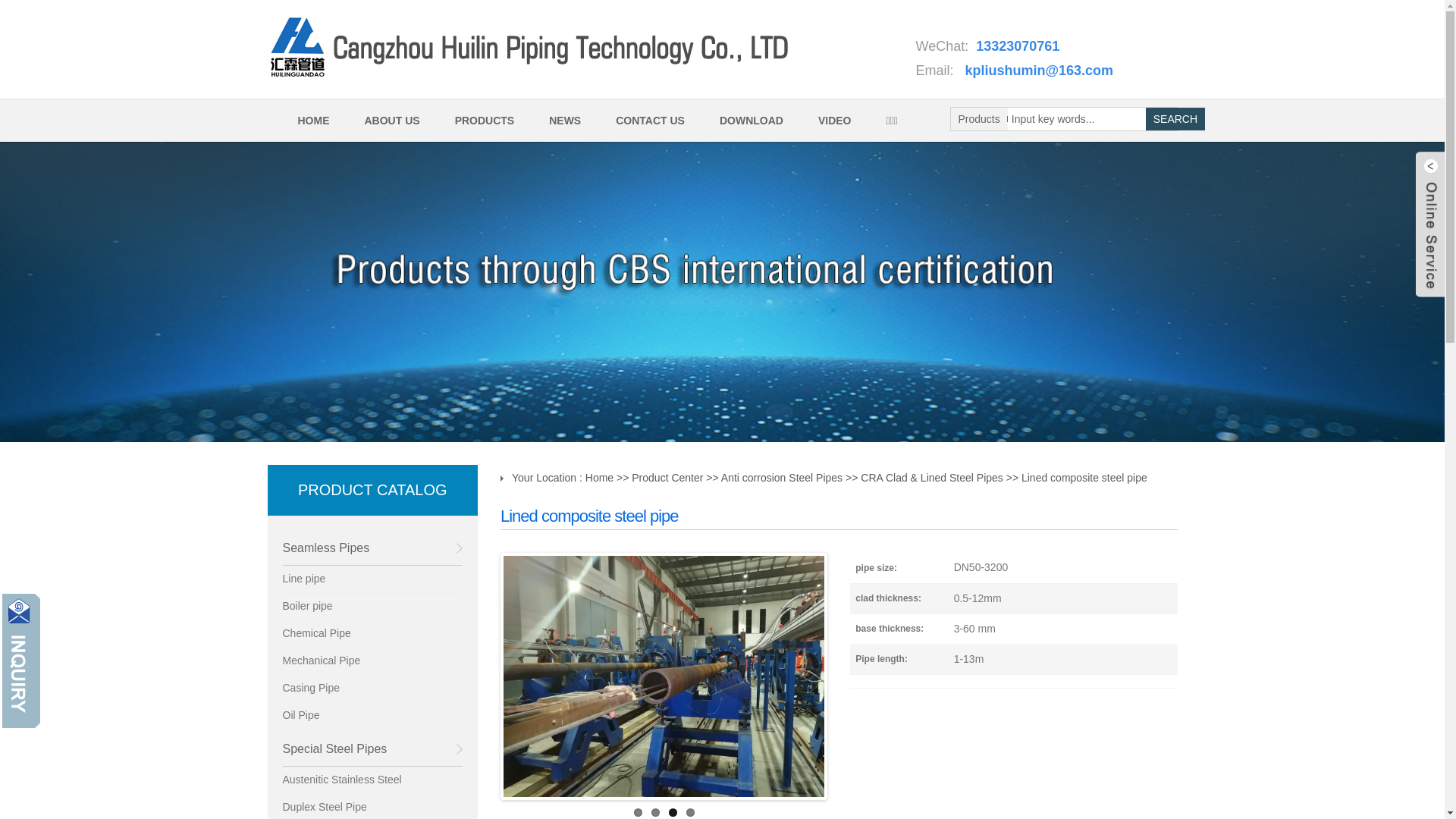  What do you see at coordinates (372, 579) in the screenshot?
I see `'Line pipe'` at bounding box center [372, 579].